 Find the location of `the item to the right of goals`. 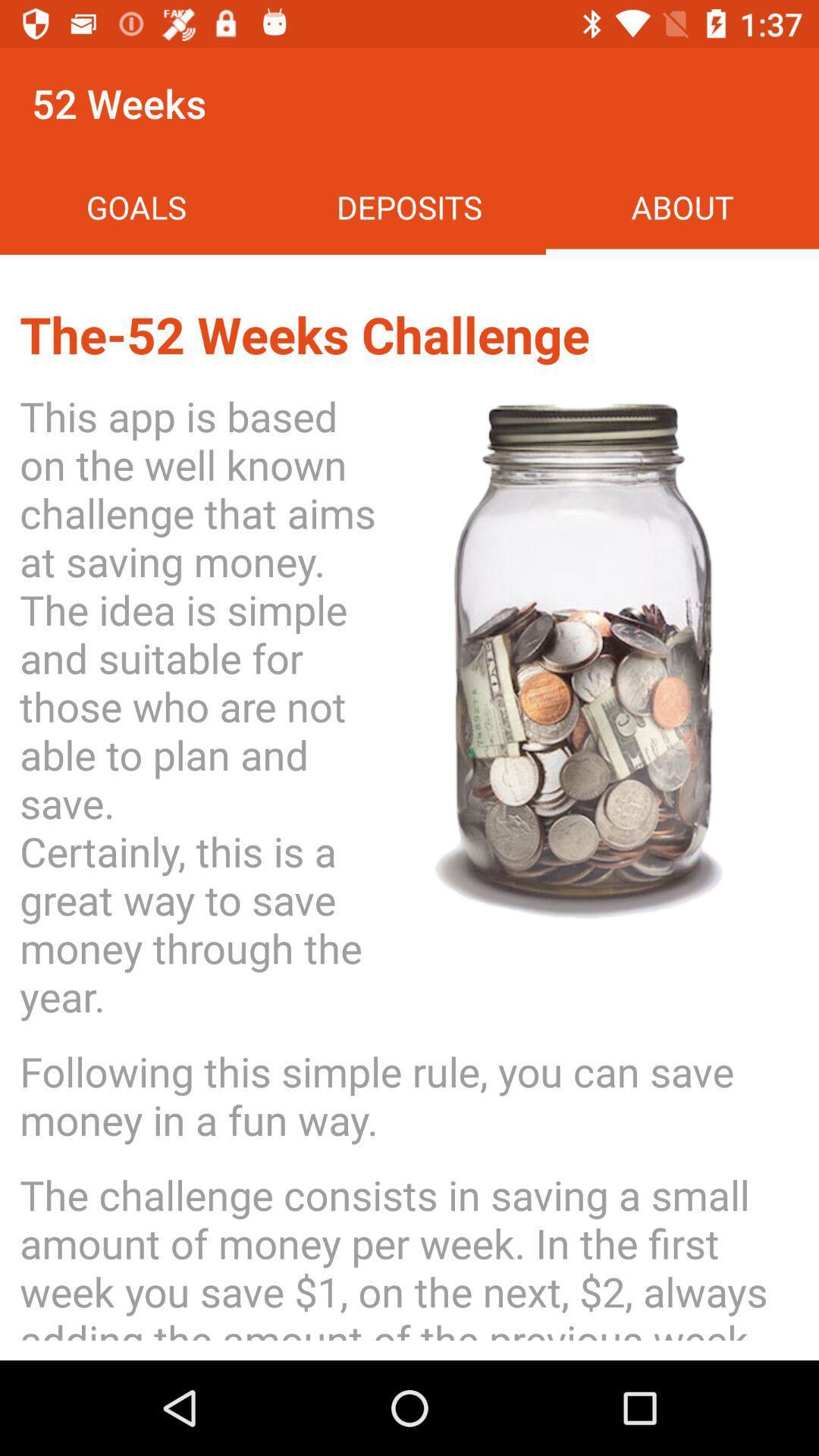

the item to the right of goals is located at coordinates (409, 206).